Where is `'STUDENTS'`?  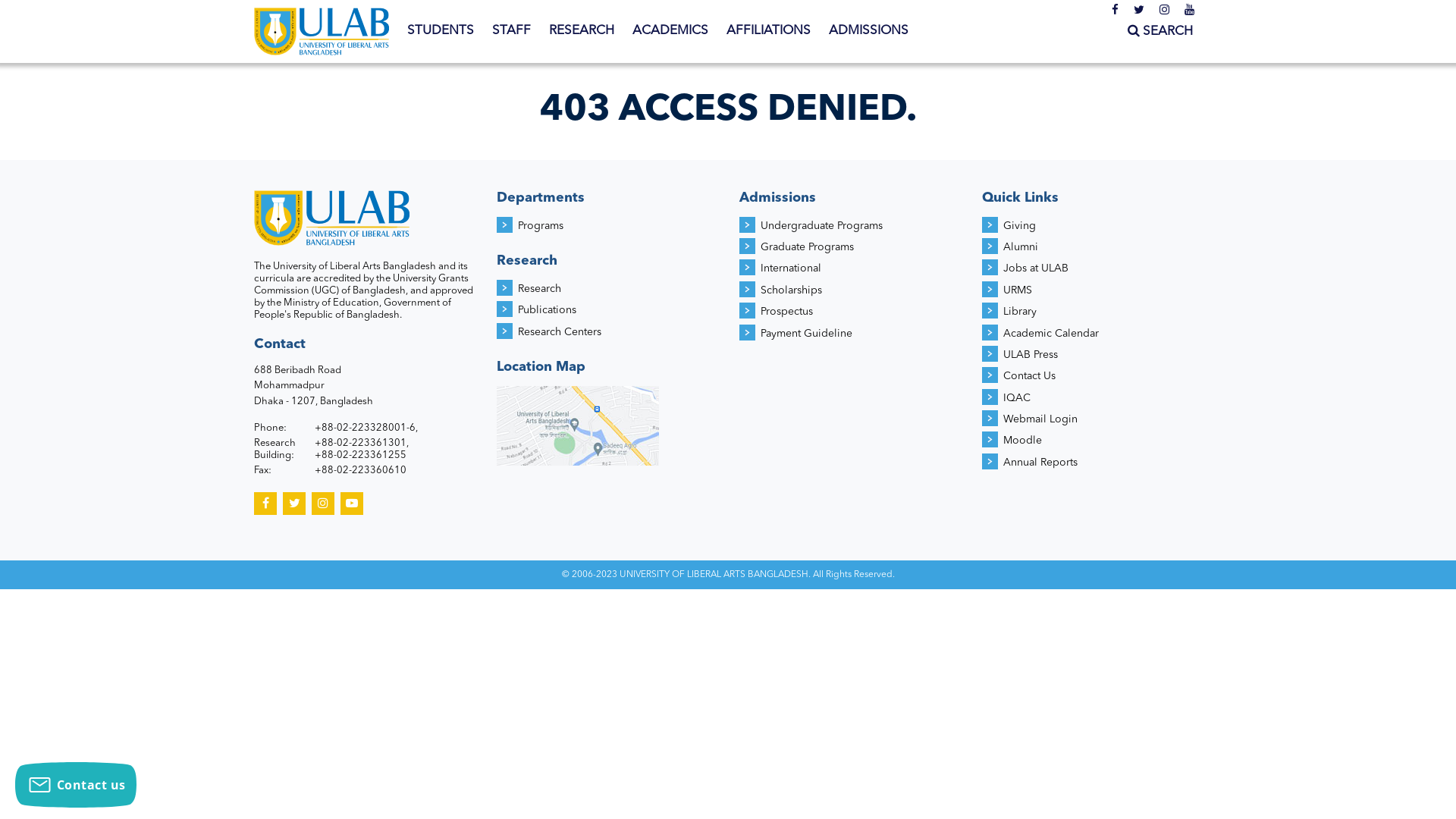 'STUDENTS' is located at coordinates (439, 31).